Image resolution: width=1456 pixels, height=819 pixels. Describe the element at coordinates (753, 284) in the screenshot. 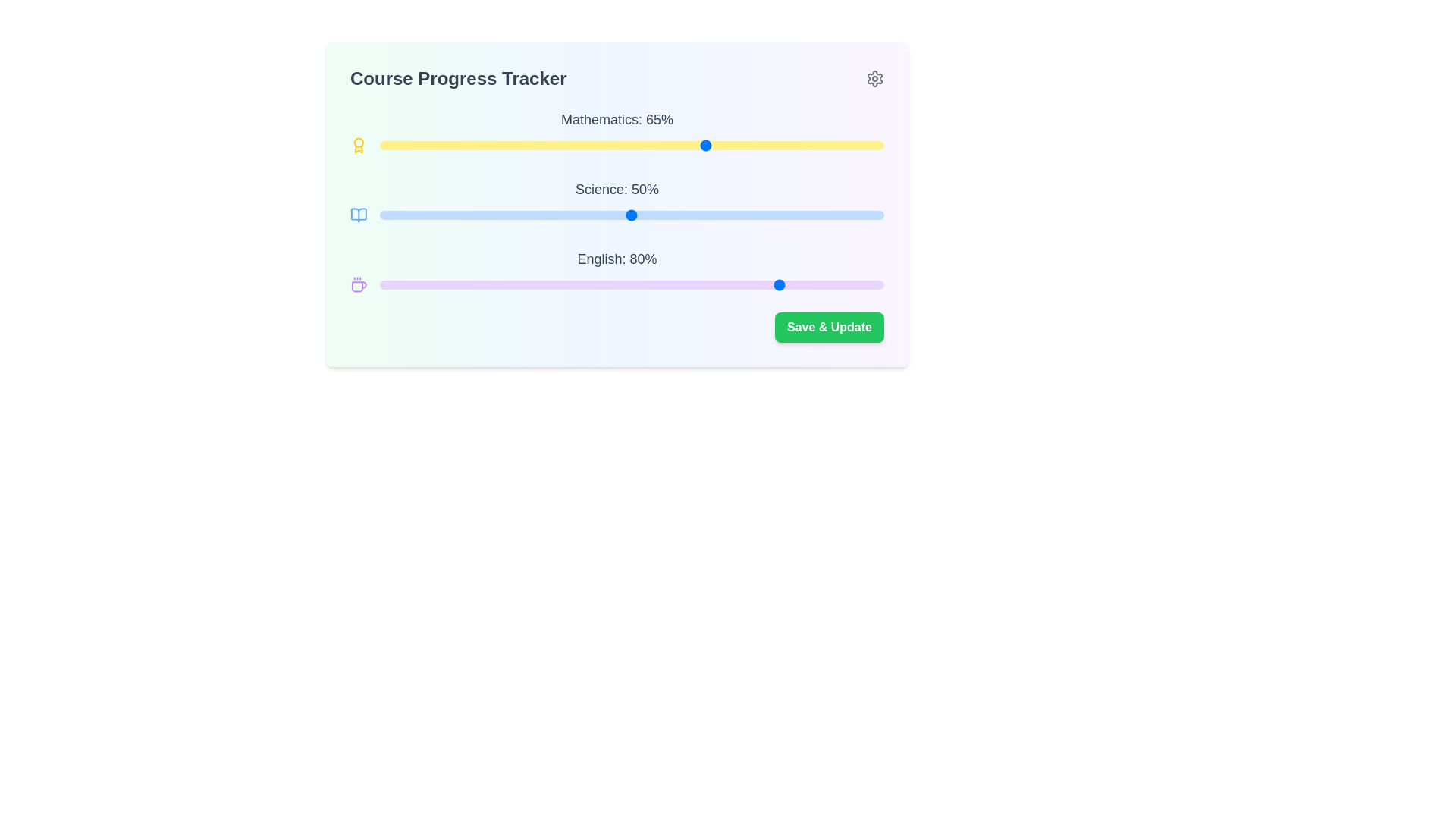

I see `the English progress` at that location.